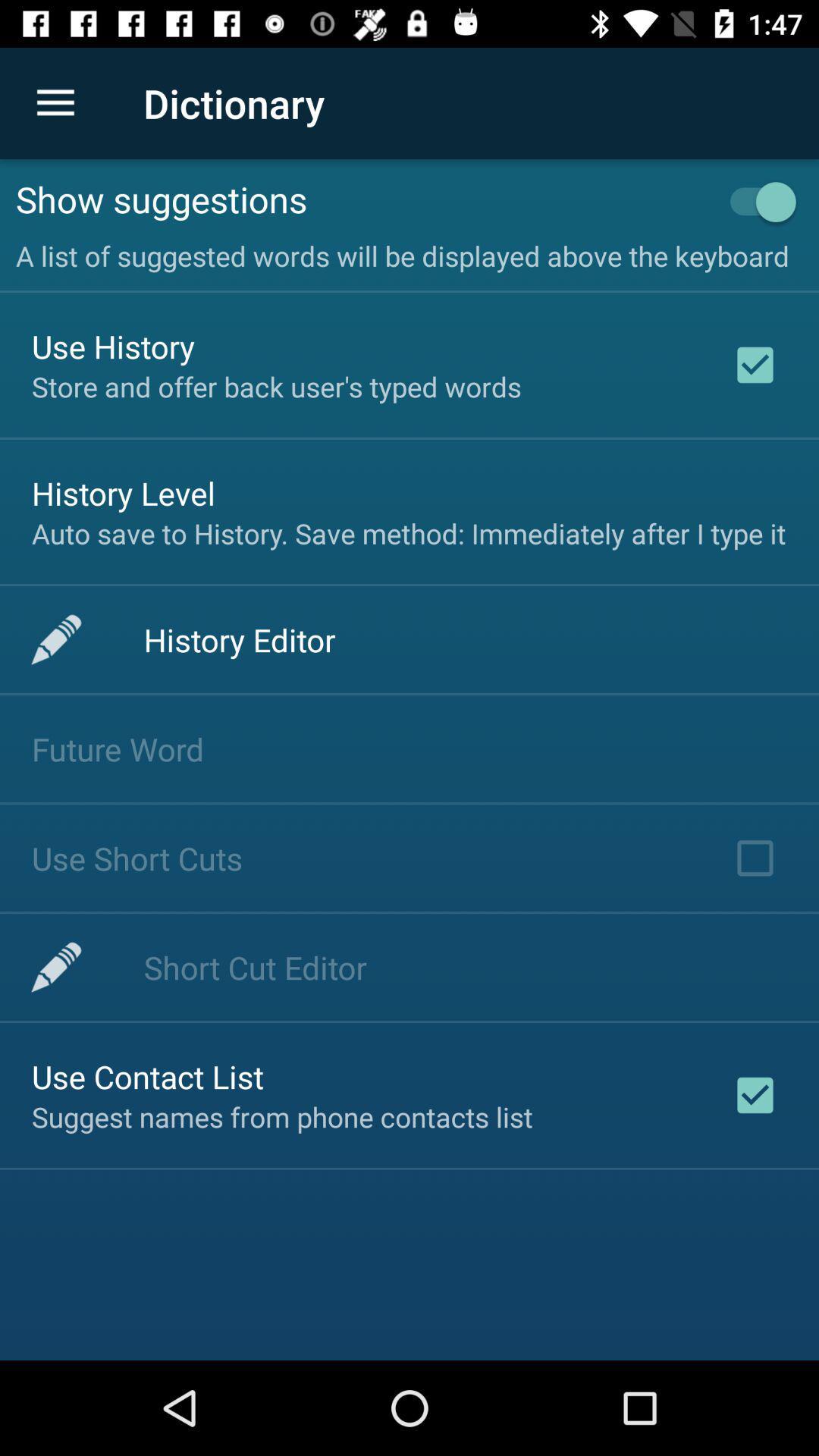 The height and width of the screenshot is (1456, 819). I want to click on icon above show suggestions item, so click(55, 102).